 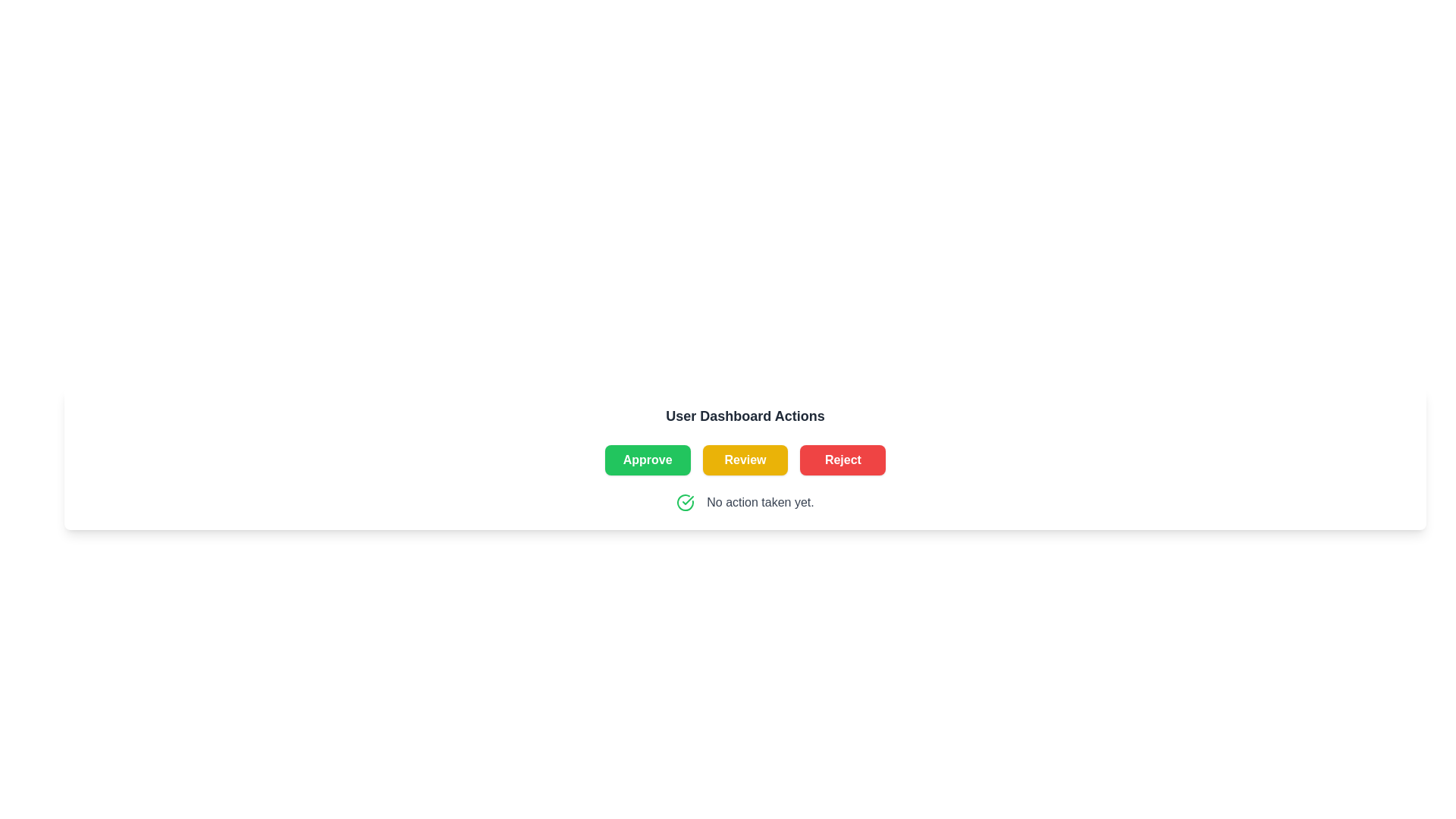 What do you see at coordinates (745, 459) in the screenshot?
I see `the middle button labeled 'Review'` at bounding box center [745, 459].